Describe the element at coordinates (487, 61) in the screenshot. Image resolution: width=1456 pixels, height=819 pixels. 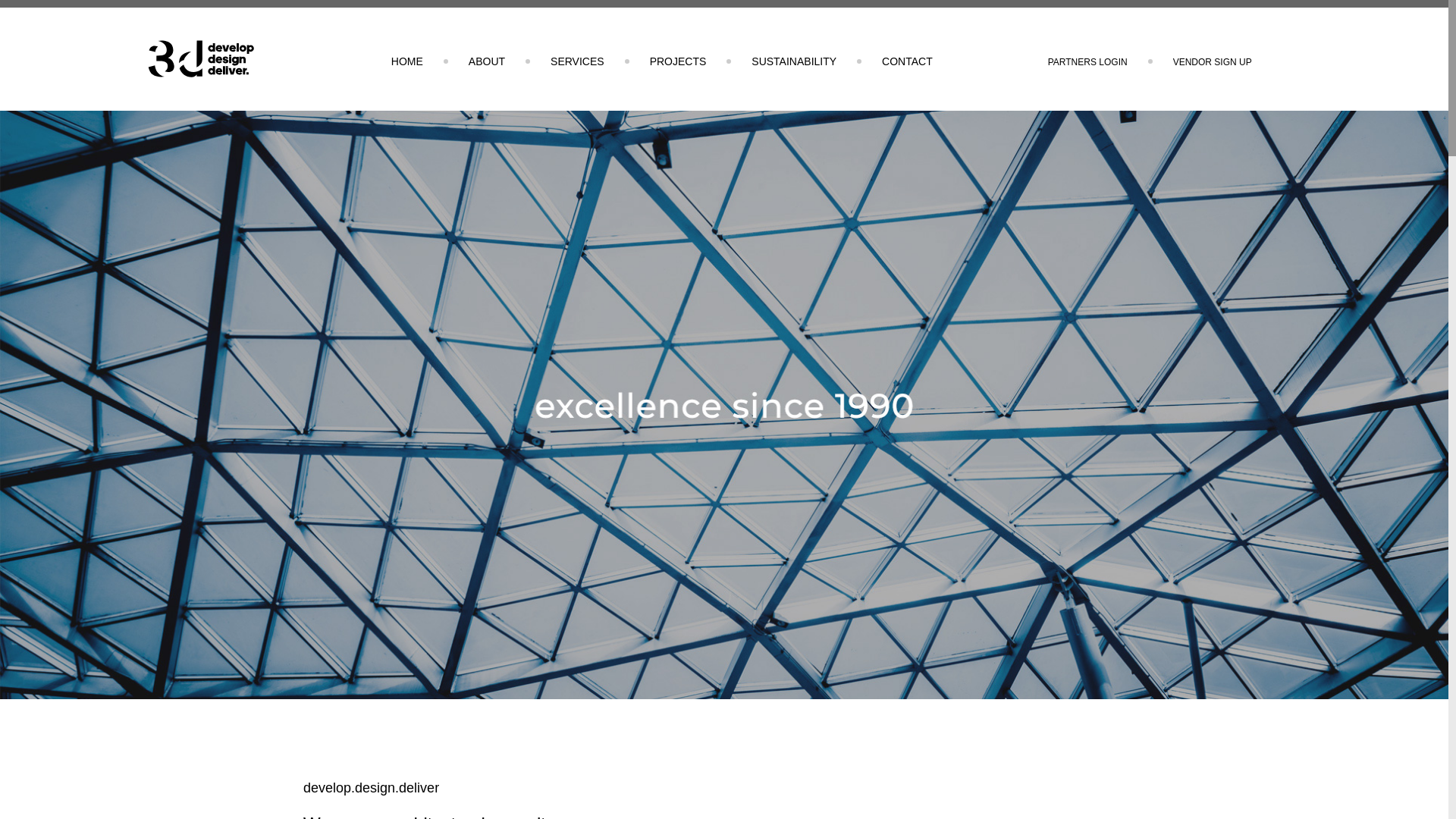
I see `'ABOUT'` at that location.